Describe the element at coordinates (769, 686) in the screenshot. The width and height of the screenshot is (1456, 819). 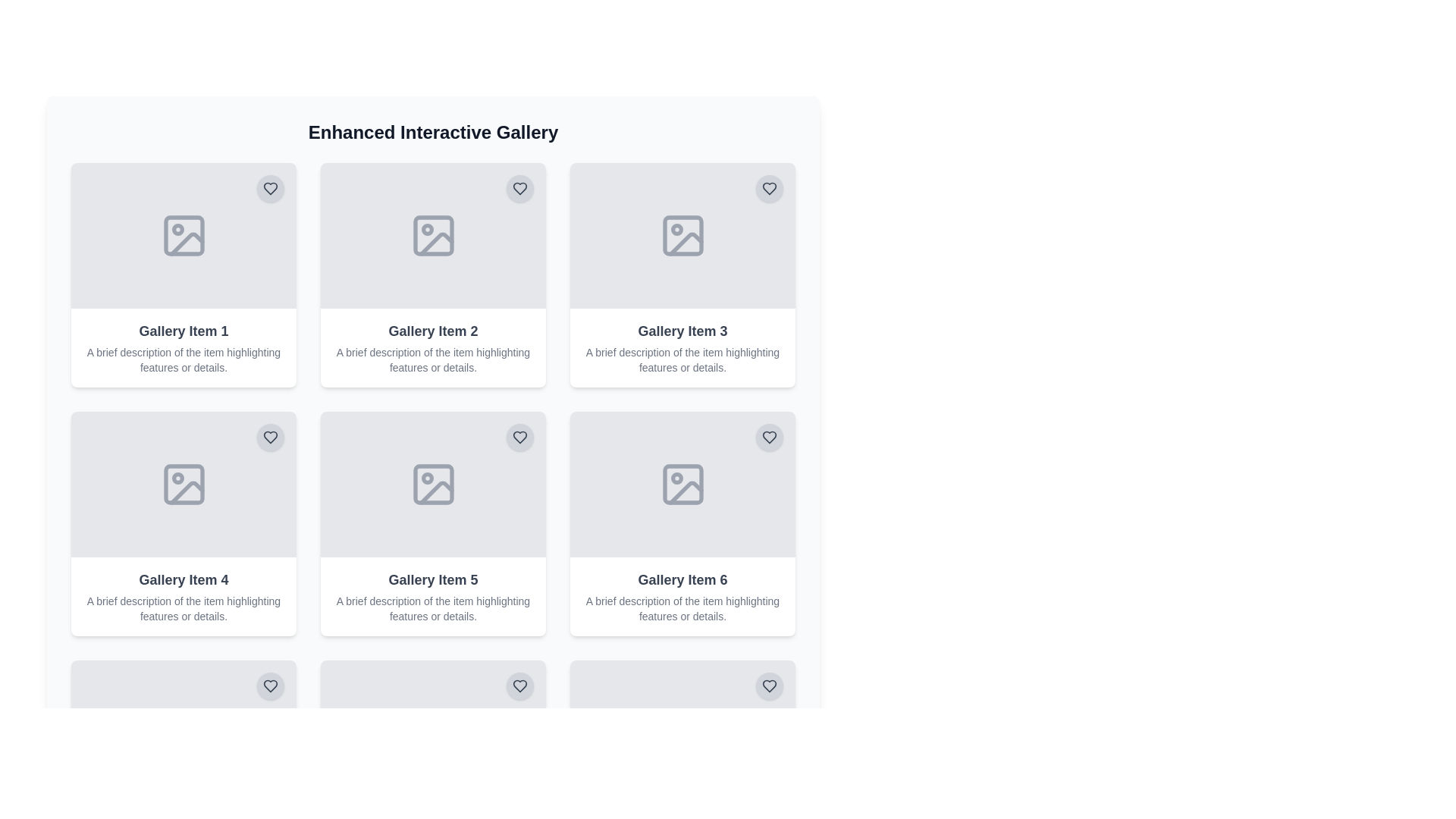
I see `the 'favorite' button located in the top right corner of the sixth gallery item to mark it as liked` at that location.